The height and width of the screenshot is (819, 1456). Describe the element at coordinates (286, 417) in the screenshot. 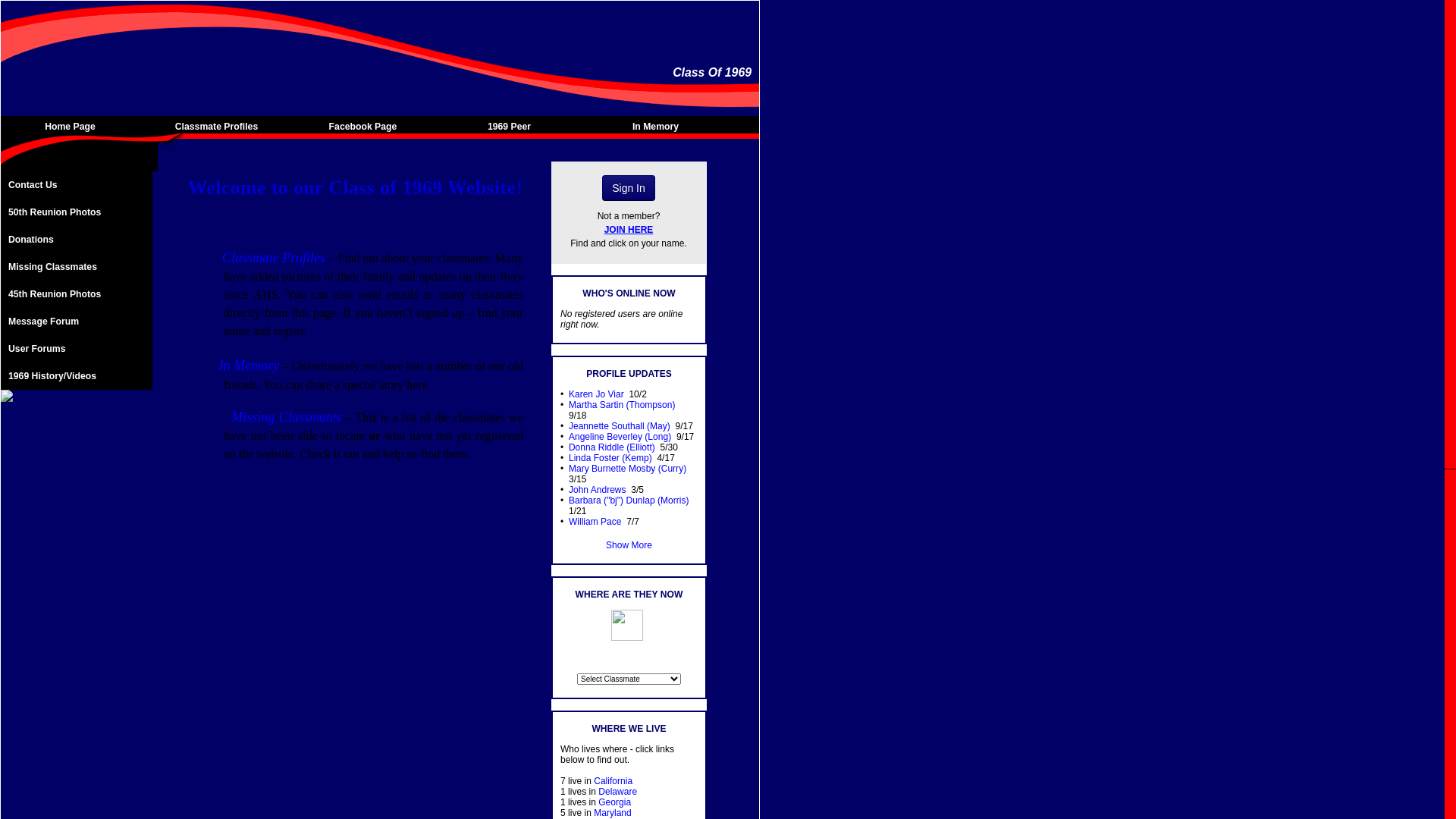

I see `'Missing Classmates'` at that location.